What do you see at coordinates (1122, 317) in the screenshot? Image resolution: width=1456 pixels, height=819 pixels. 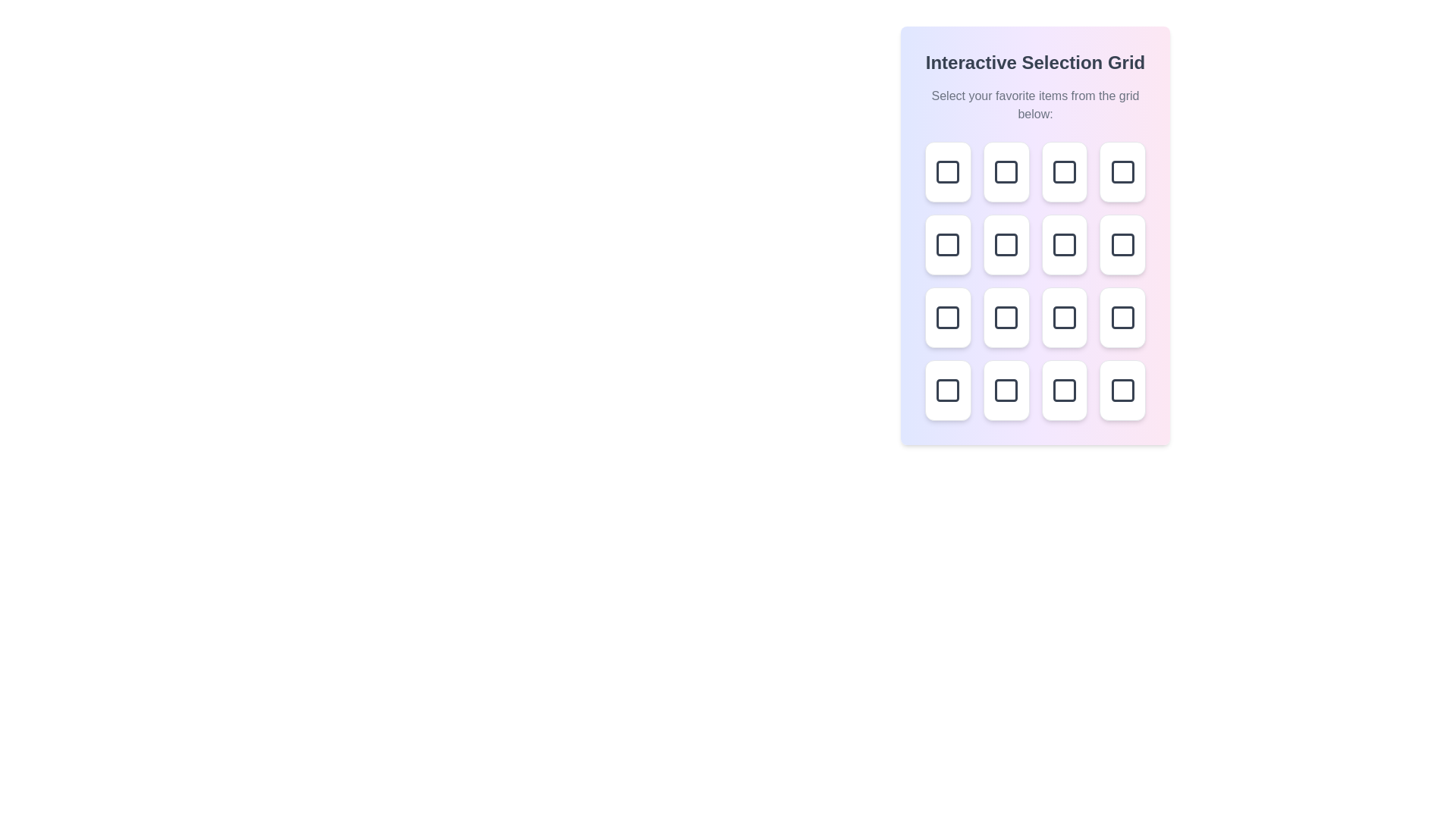 I see `the square-shaped interactive button with a white background and gray border located in the fourth column, fourth row of the grid` at bounding box center [1122, 317].